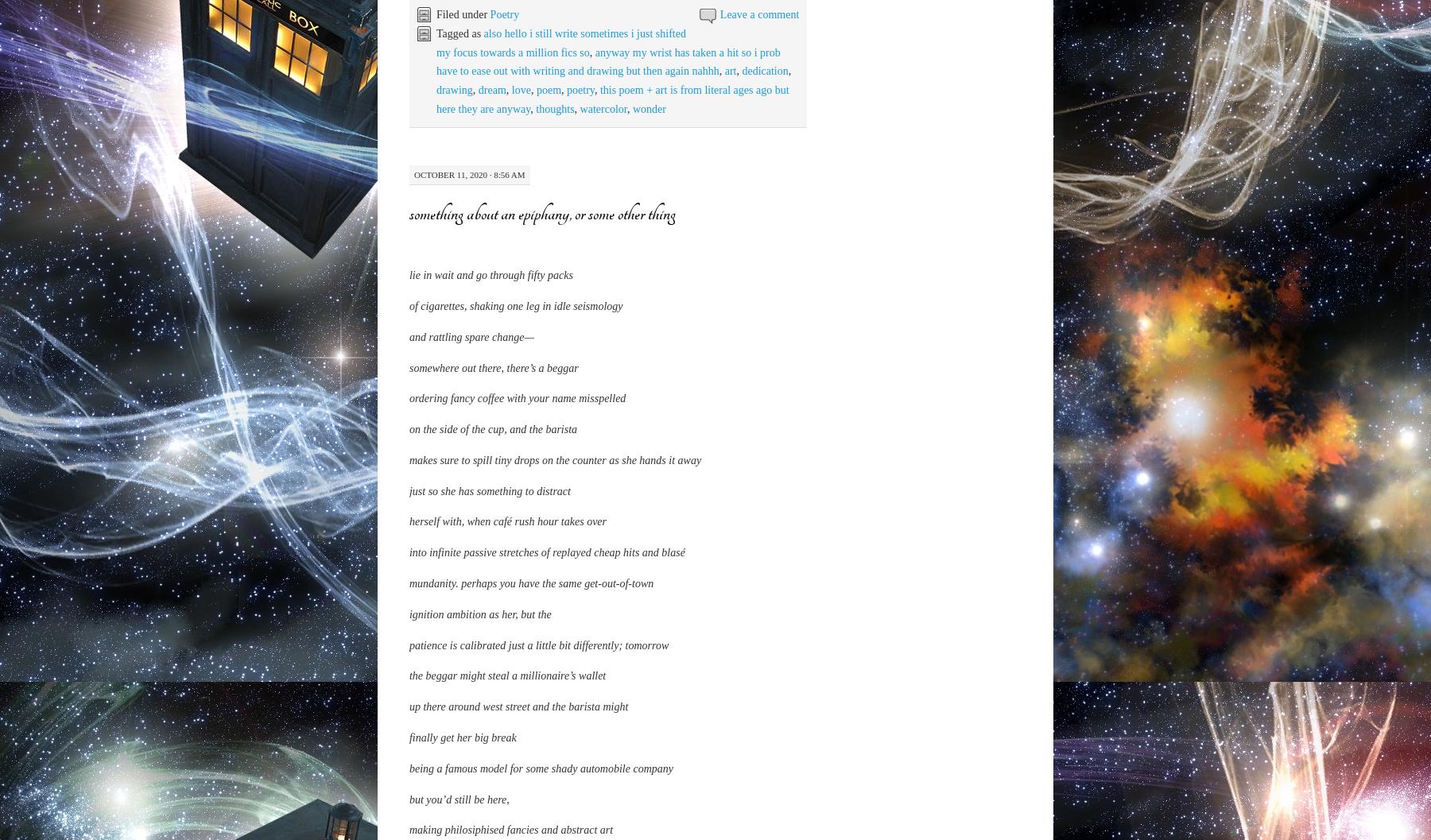 The image size is (1431, 840). Describe the element at coordinates (547, 89) in the screenshot. I see `'poem'` at that location.